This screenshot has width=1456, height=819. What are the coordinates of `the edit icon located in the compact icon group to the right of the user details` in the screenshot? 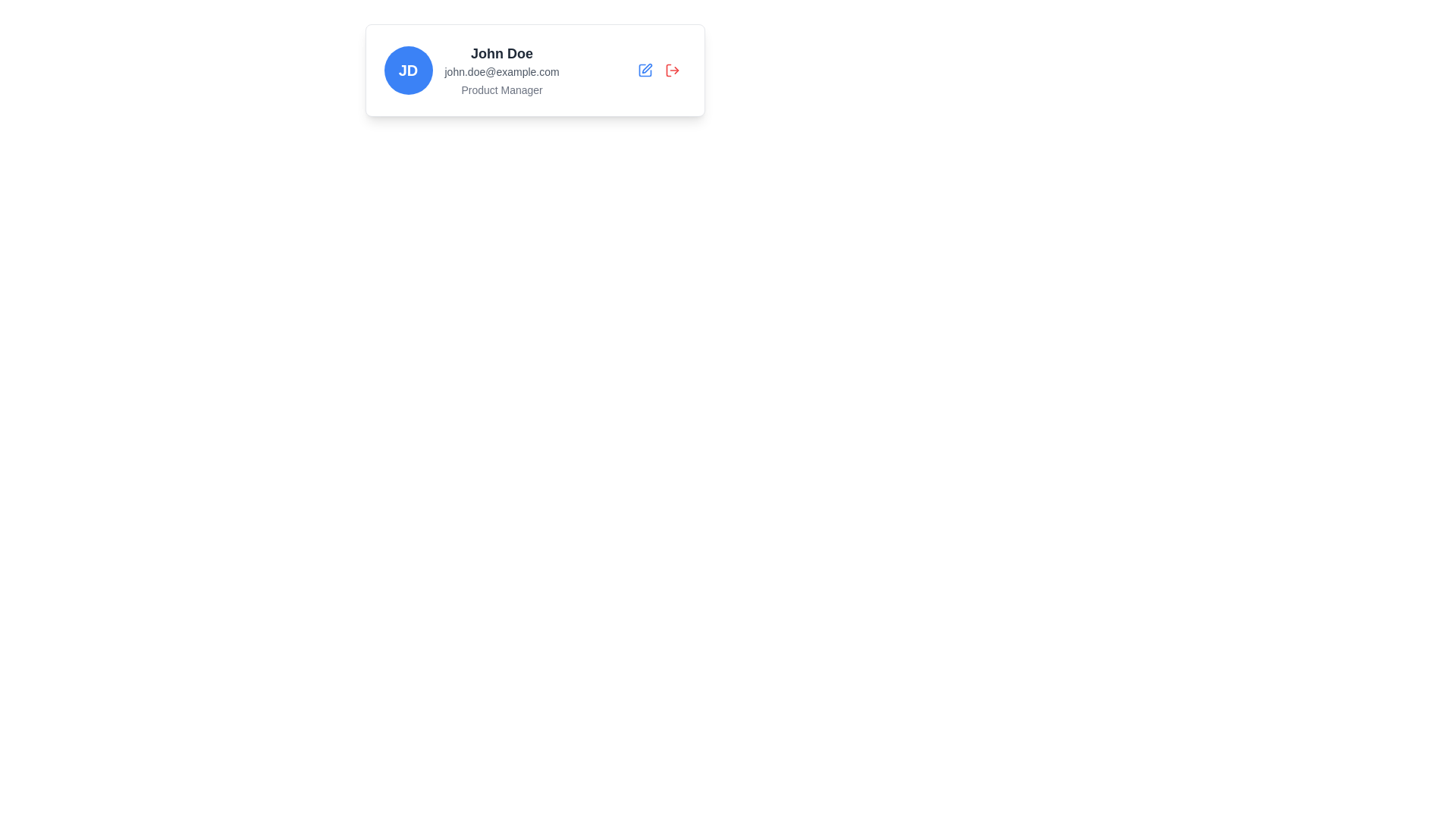 It's located at (647, 68).